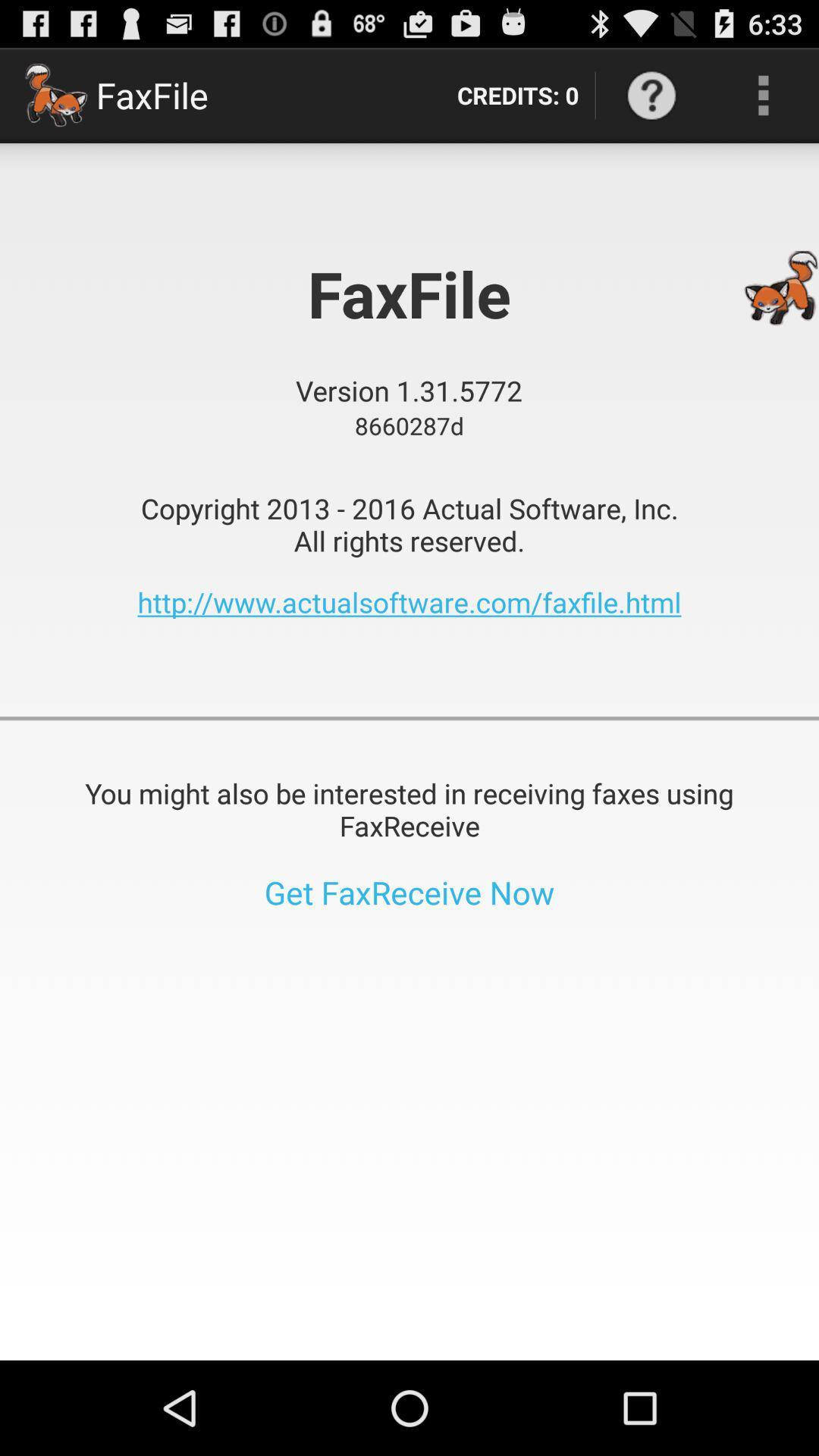  I want to click on the item next to the faxfile app, so click(517, 94).